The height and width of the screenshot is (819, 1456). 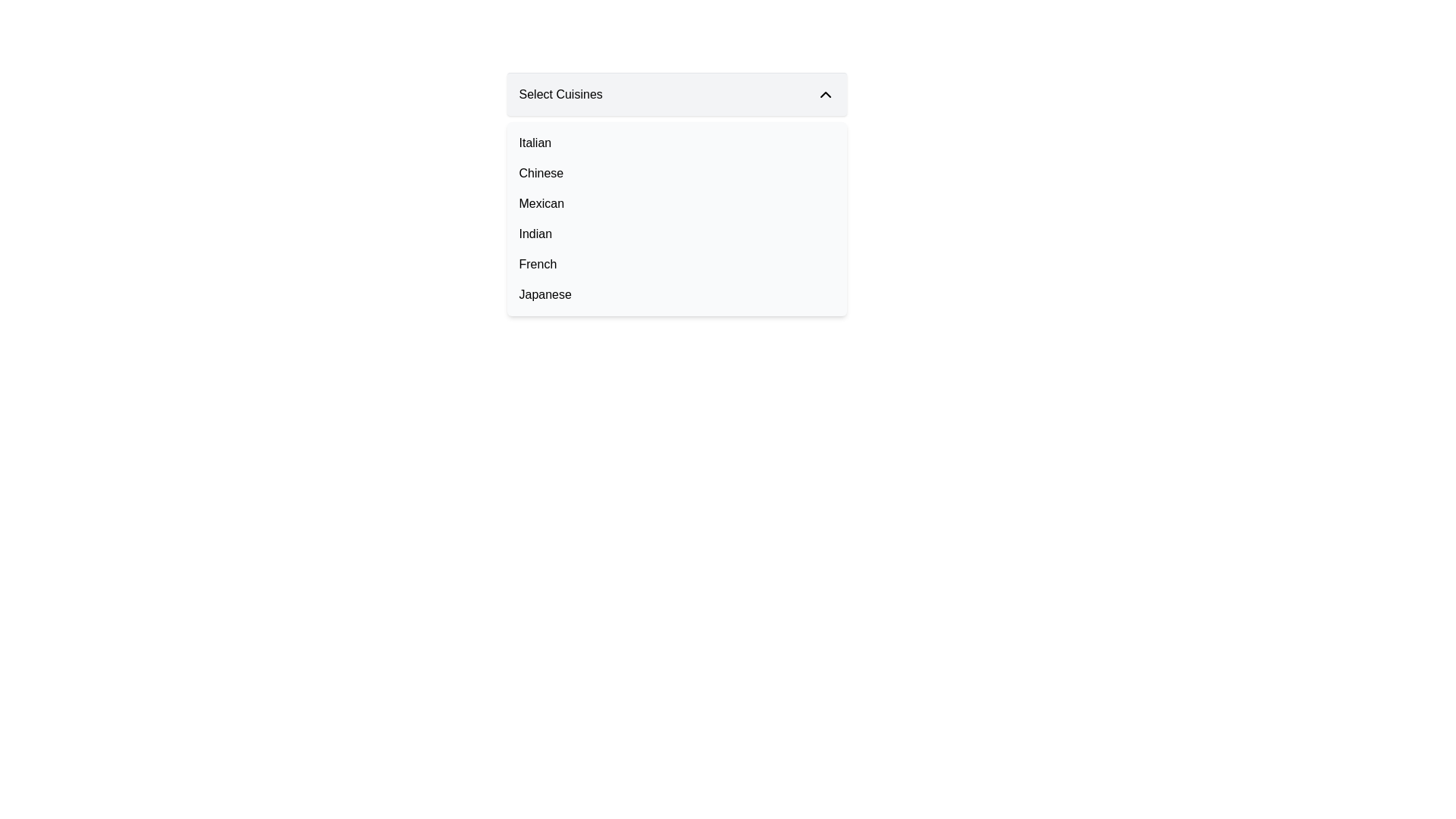 I want to click on the dropdown menu labeled 'Select Cuisines', so click(x=676, y=193).